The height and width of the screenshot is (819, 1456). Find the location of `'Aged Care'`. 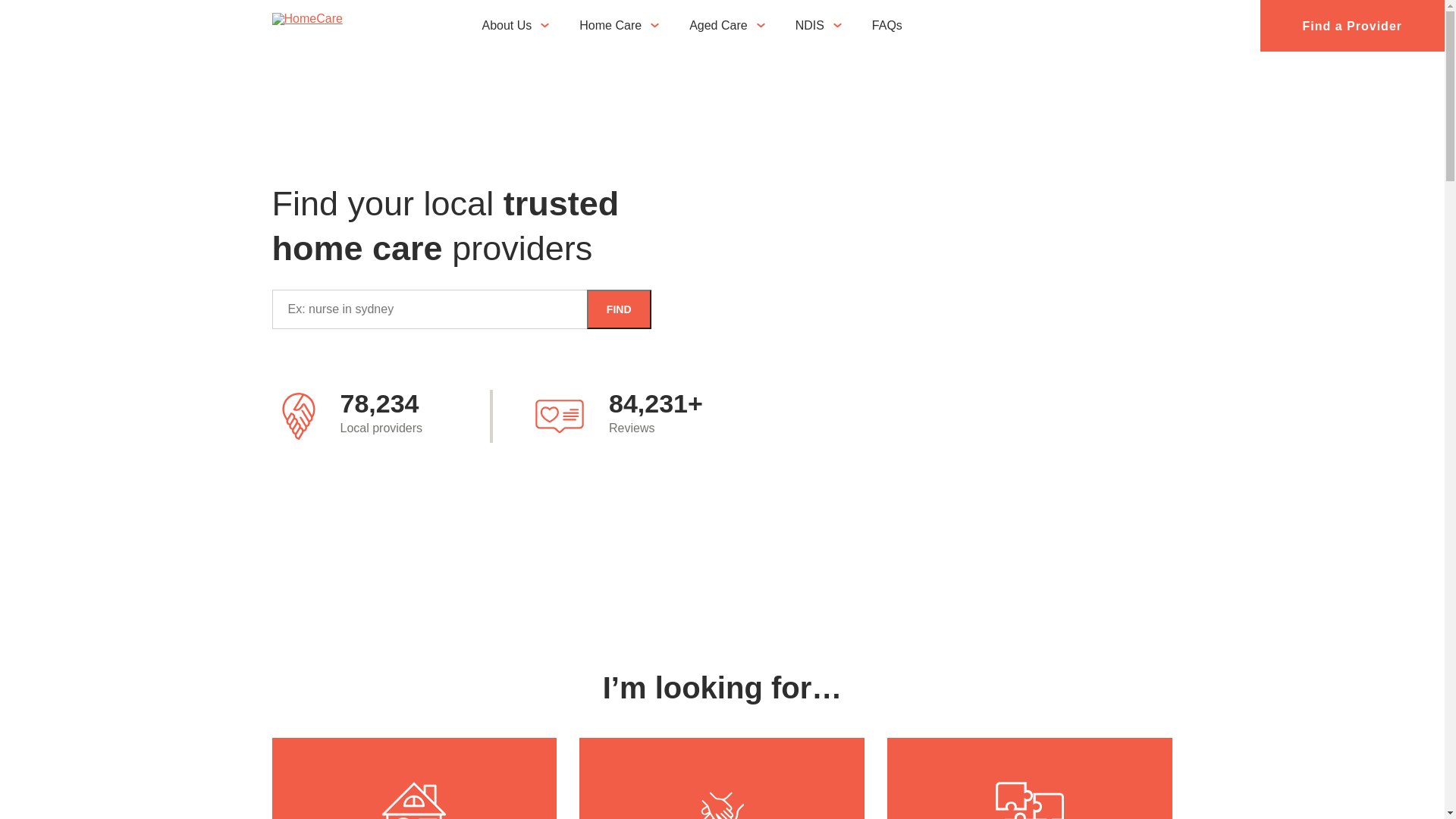

'Aged Care' is located at coordinates (725, 25).